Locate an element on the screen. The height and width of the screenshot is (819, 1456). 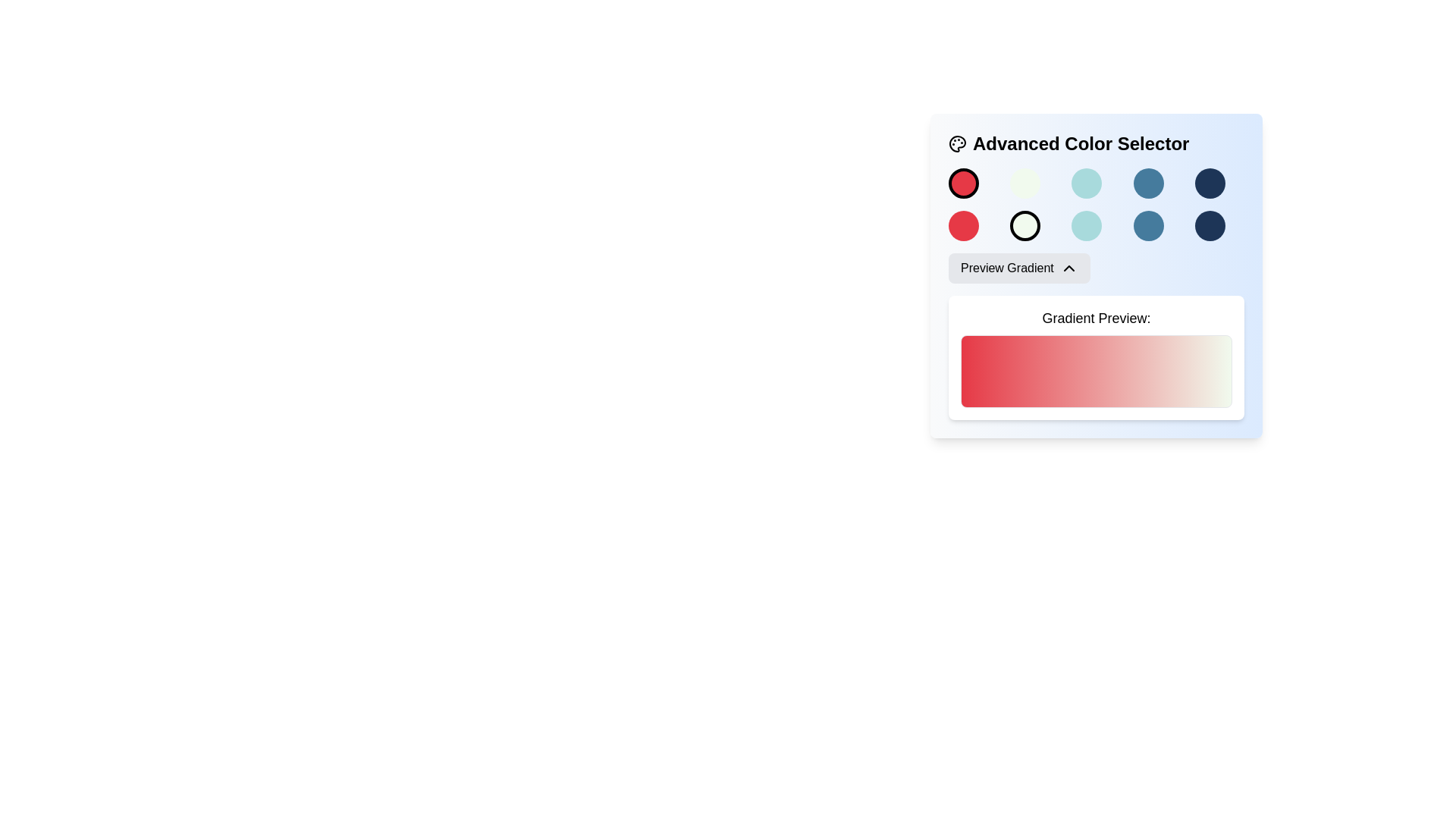
the filled geometric figure within the SVG graphic icon, located is located at coordinates (956, 143).